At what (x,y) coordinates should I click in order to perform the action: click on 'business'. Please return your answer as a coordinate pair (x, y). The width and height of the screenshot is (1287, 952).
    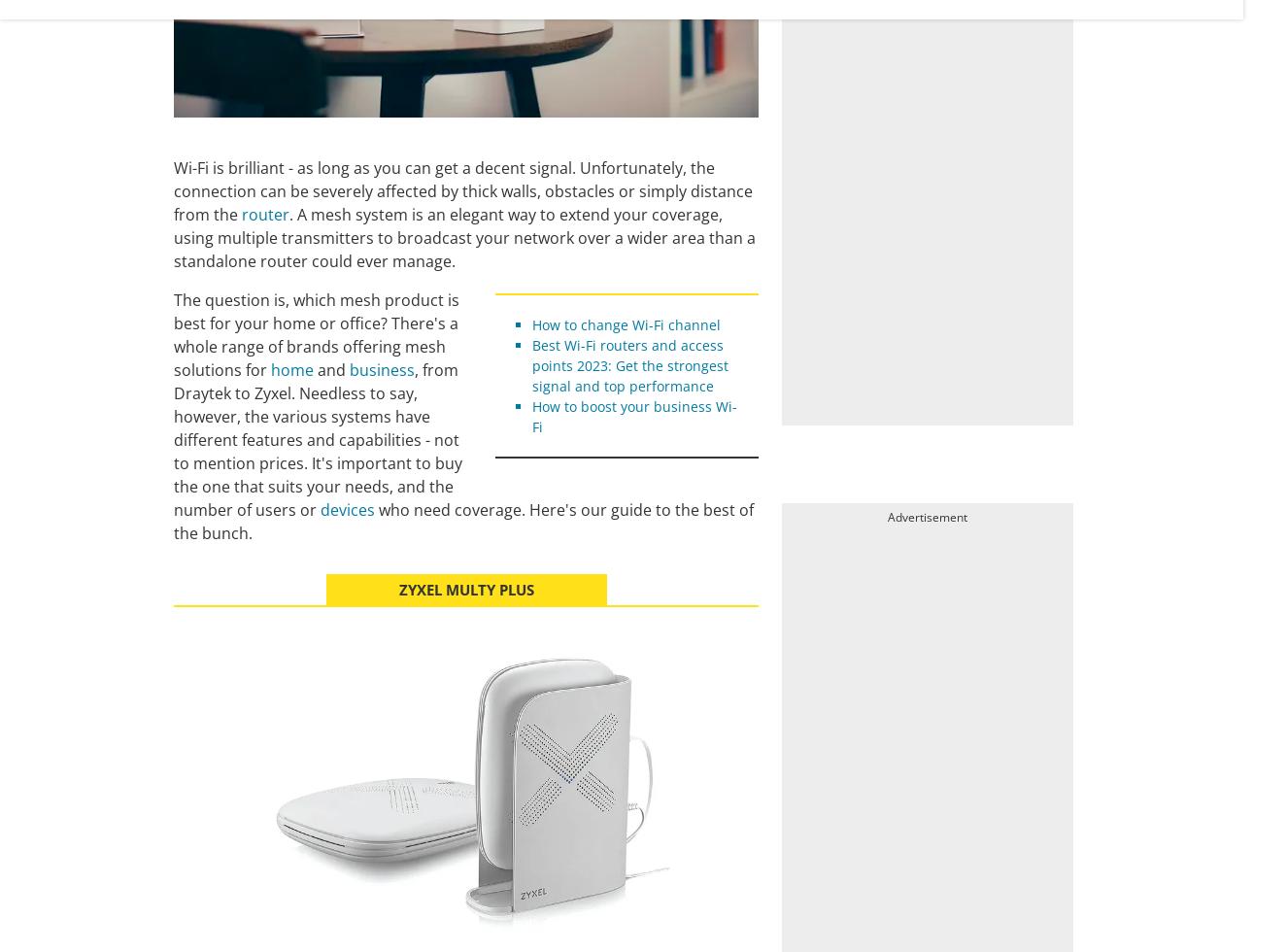
    Looking at the image, I should click on (382, 370).